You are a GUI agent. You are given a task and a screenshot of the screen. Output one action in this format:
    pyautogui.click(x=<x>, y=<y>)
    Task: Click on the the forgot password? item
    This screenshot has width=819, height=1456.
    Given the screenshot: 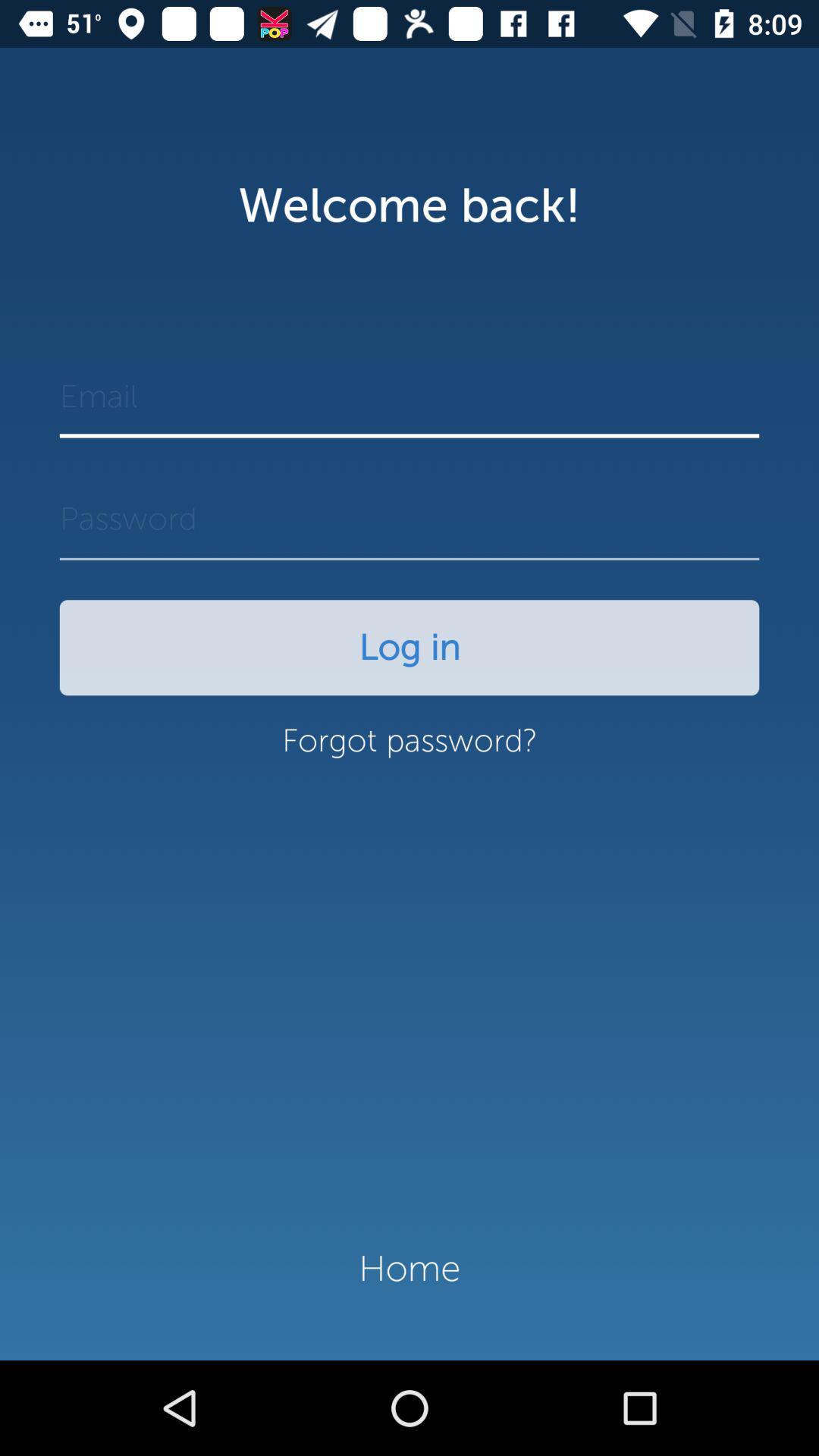 What is the action you would take?
    pyautogui.click(x=409, y=748)
    